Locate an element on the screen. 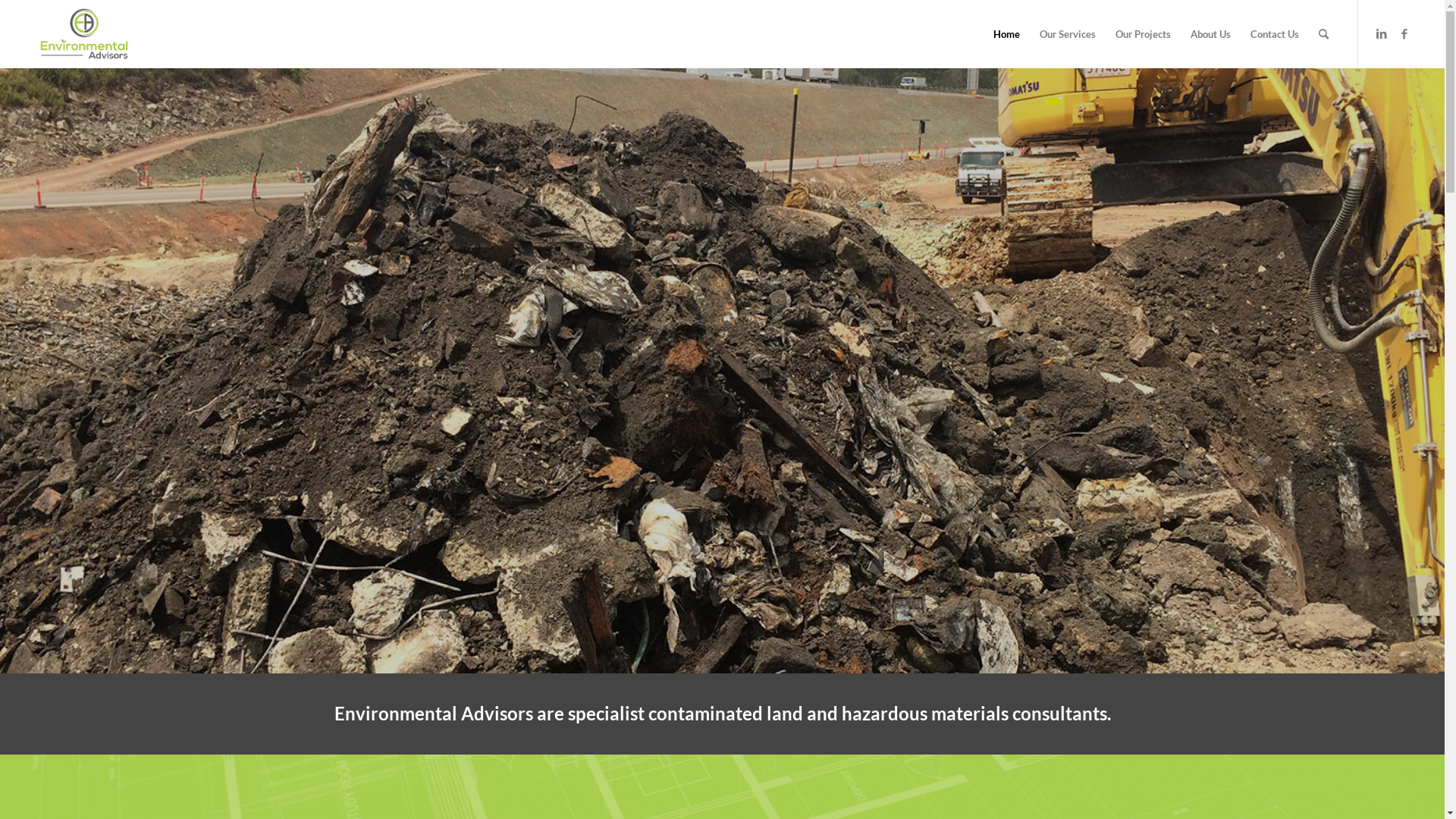 This screenshot has width=1456, height=819. 'Contact Us' is located at coordinates (1274, 34).